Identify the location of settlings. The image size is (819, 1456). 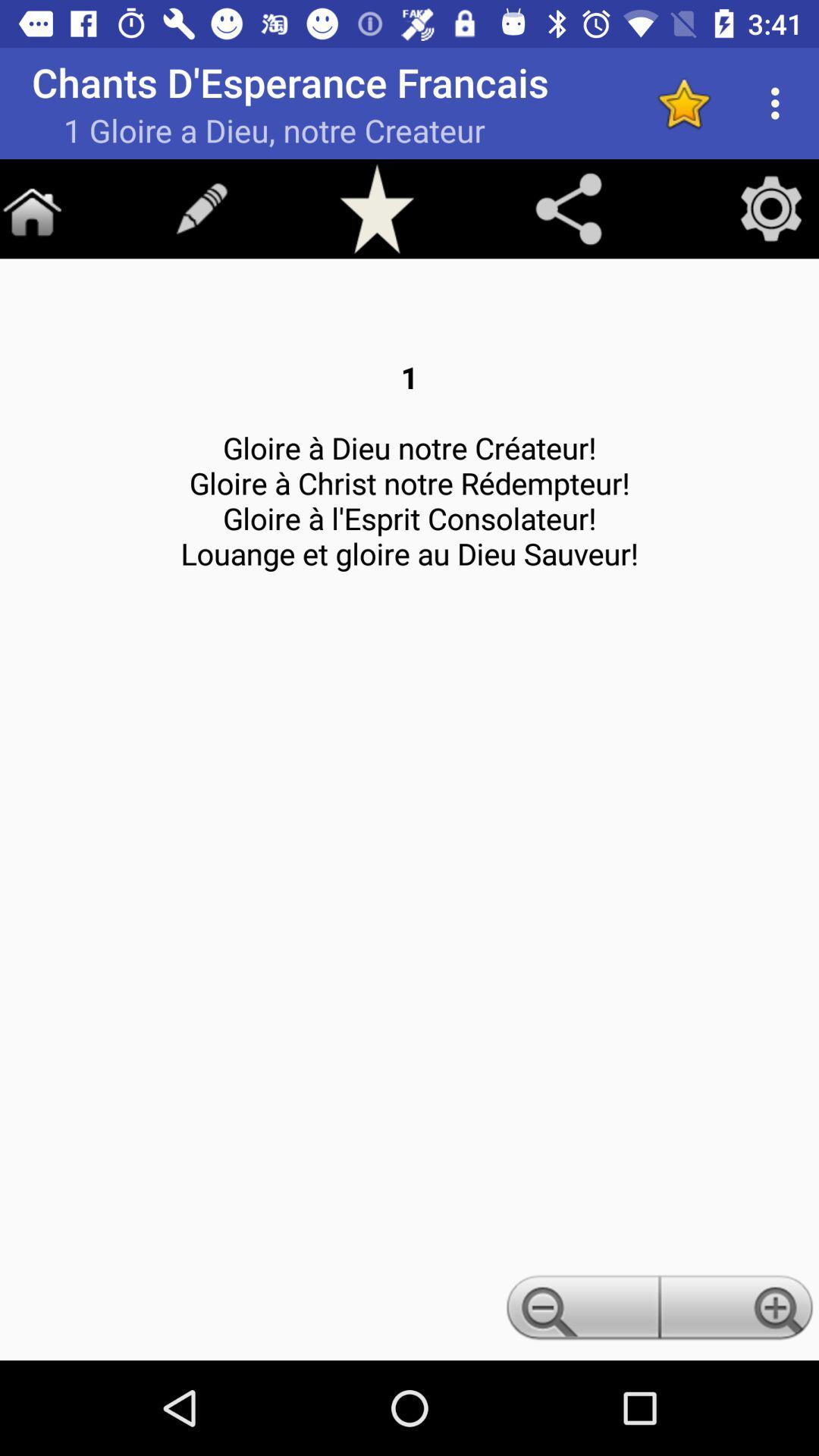
(771, 208).